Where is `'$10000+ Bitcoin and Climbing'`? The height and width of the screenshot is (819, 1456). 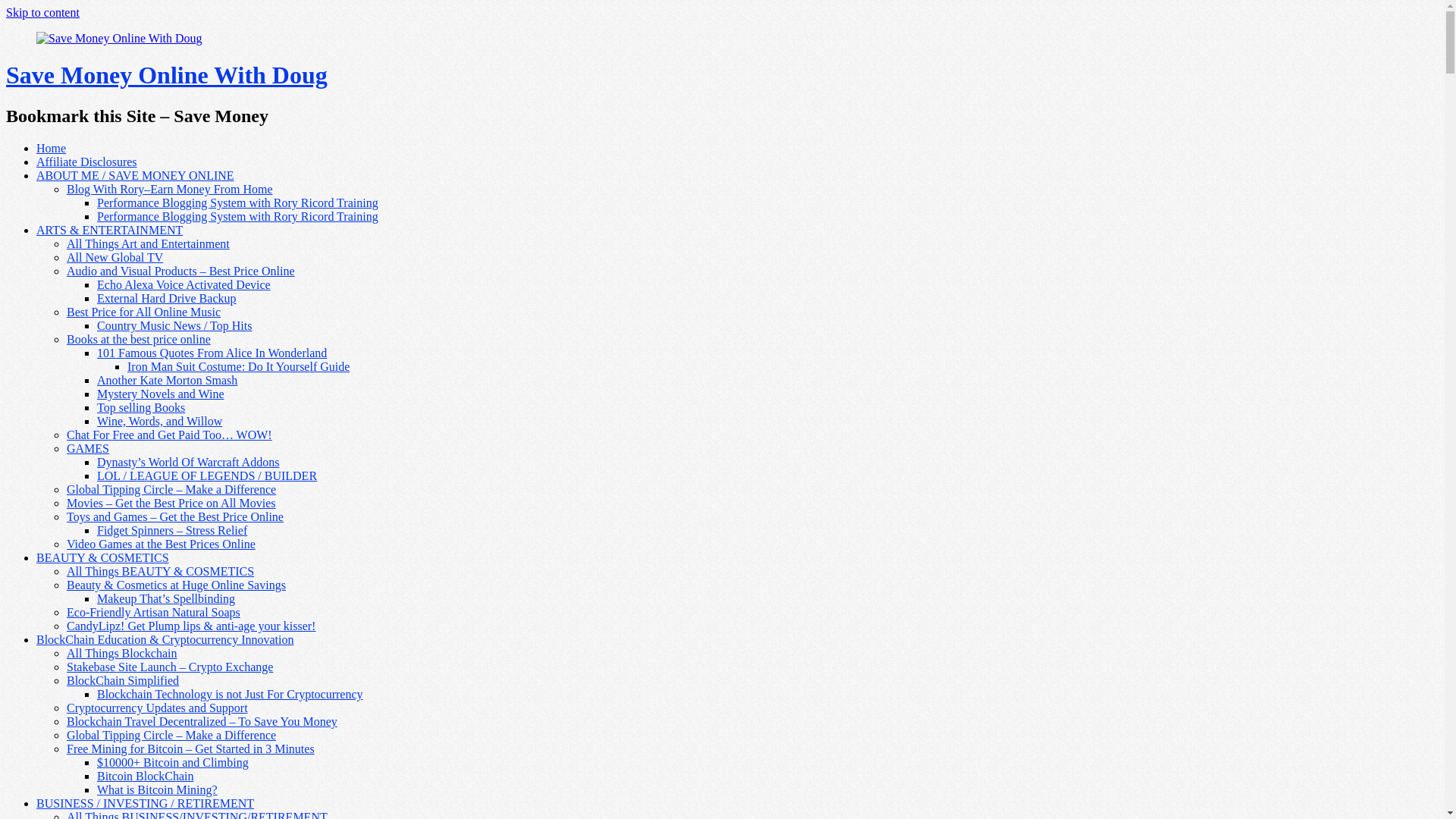
'$10000+ Bitcoin and Climbing' is located at coordinates (96, 762).